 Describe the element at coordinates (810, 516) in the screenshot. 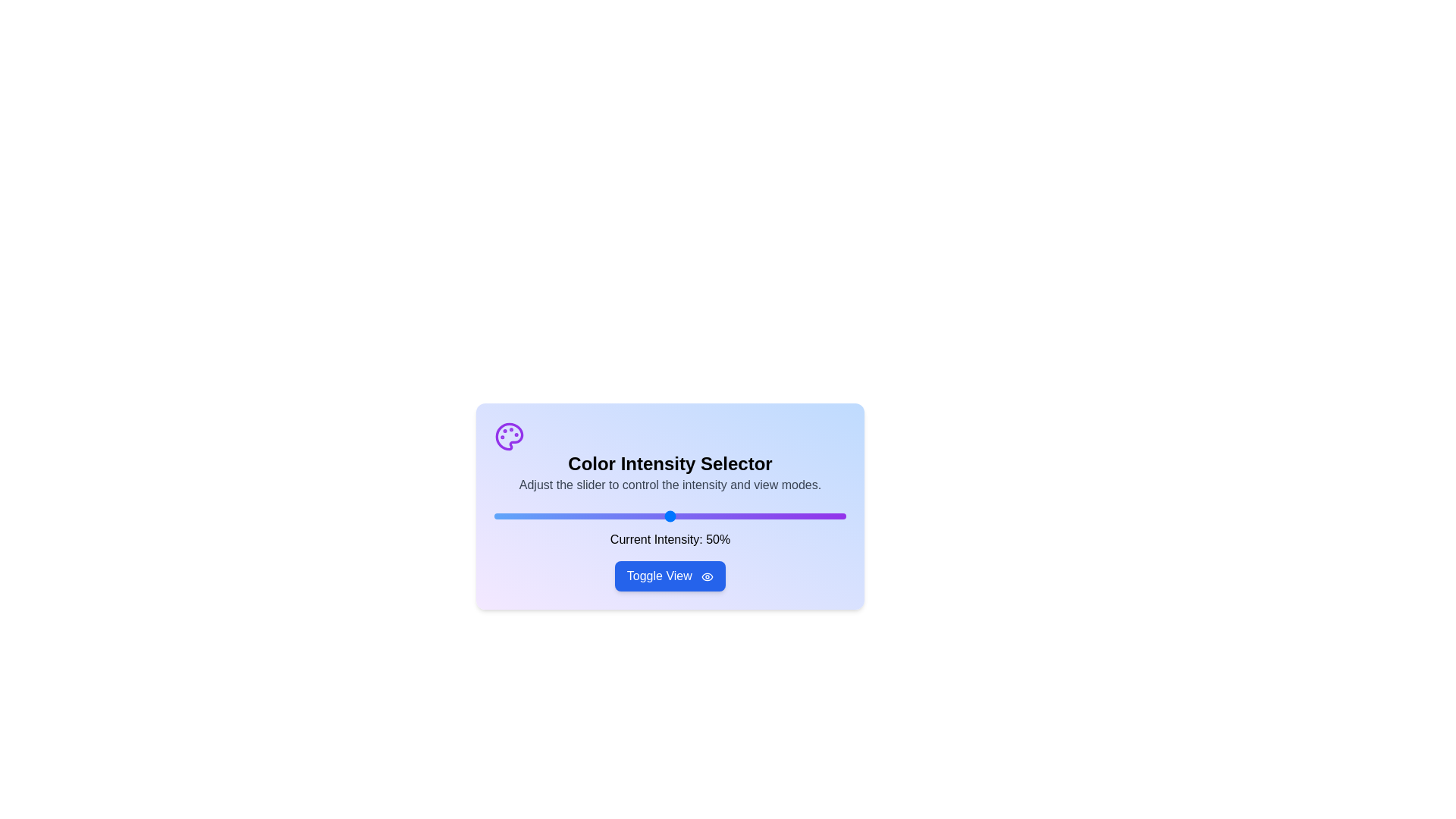

I see `the slider to set the intensity to 90%` at that location.